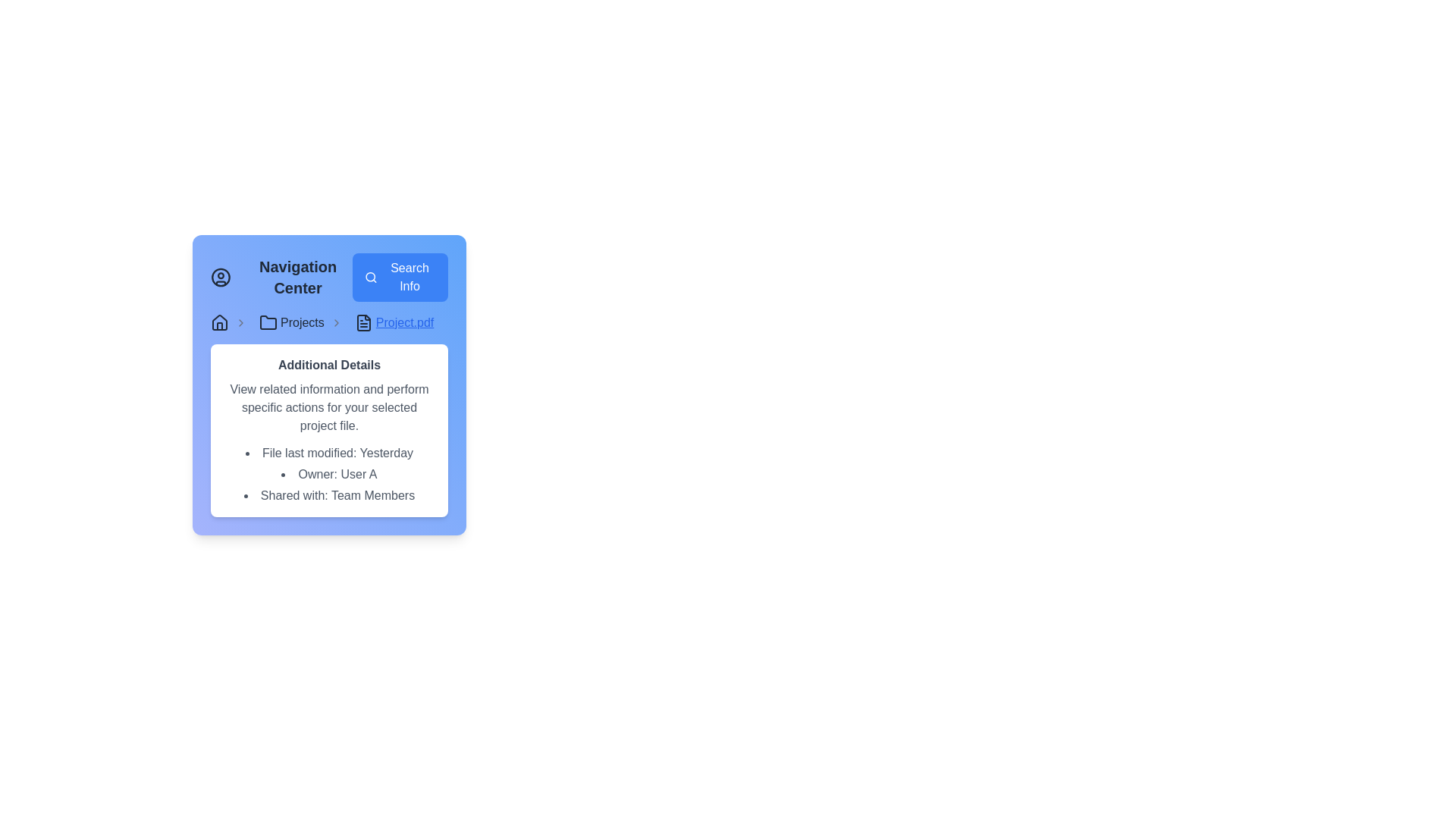 This screenshot has height=819, width=1456. I want to click on the text element that informs users about available actions and purposes related to the selected project file, located within the 'Additional Details' section, so click(328, 406).